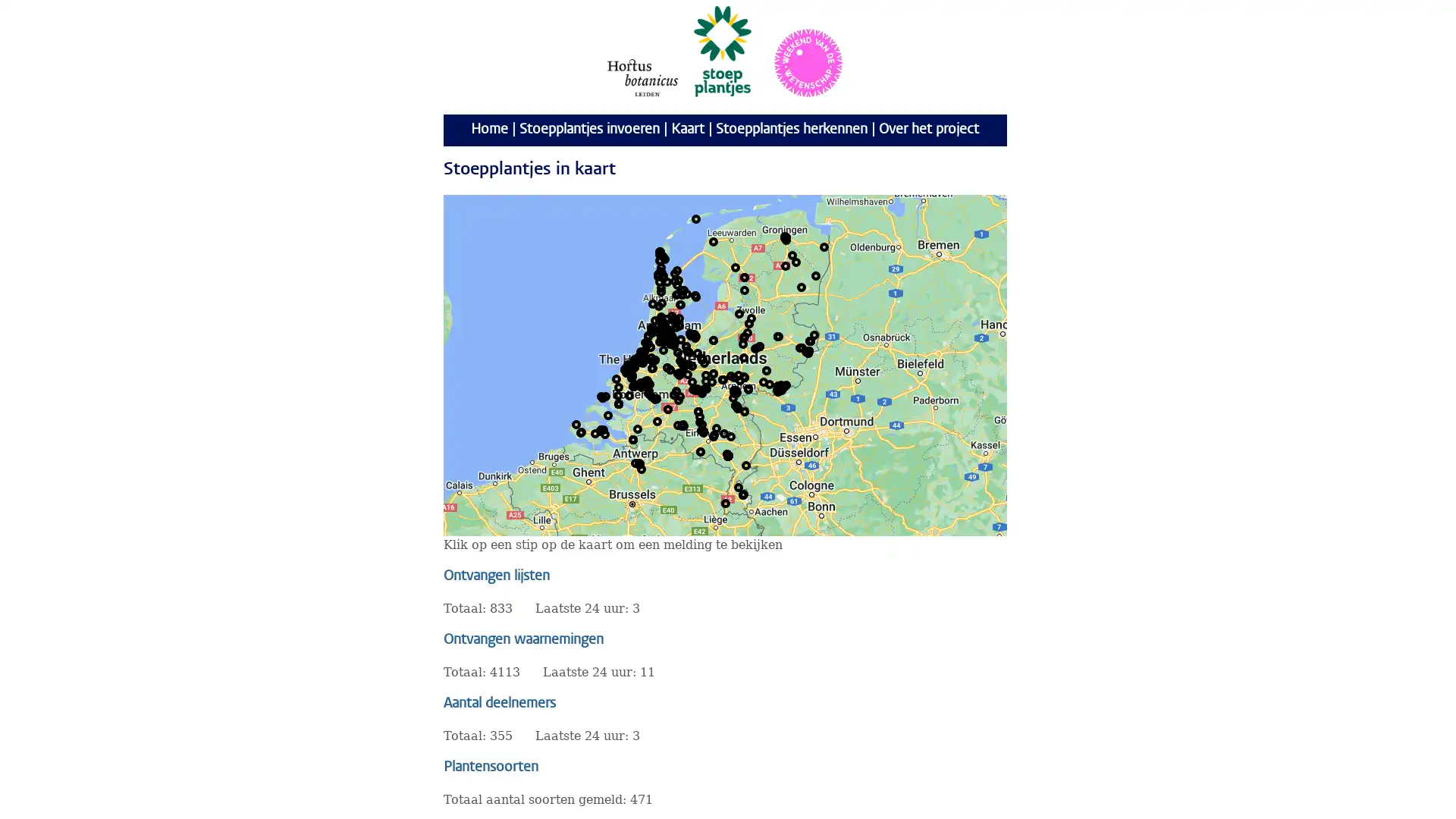  I want to click on Telling van op 05 oktober 2021, so click(663, 332).